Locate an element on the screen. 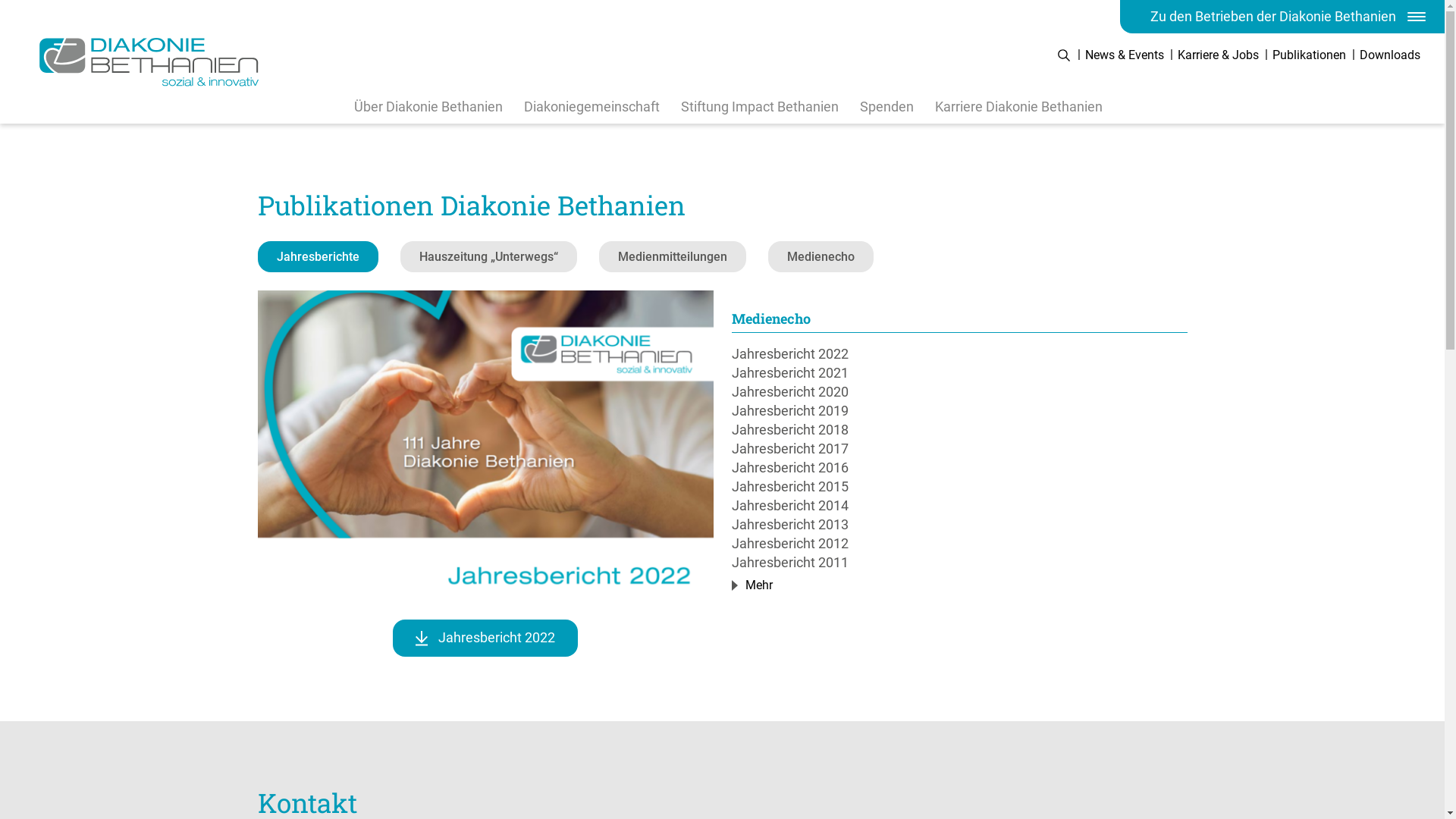  'Karriere Diakonie Bethanien' is located at coordinates (1018, 105).